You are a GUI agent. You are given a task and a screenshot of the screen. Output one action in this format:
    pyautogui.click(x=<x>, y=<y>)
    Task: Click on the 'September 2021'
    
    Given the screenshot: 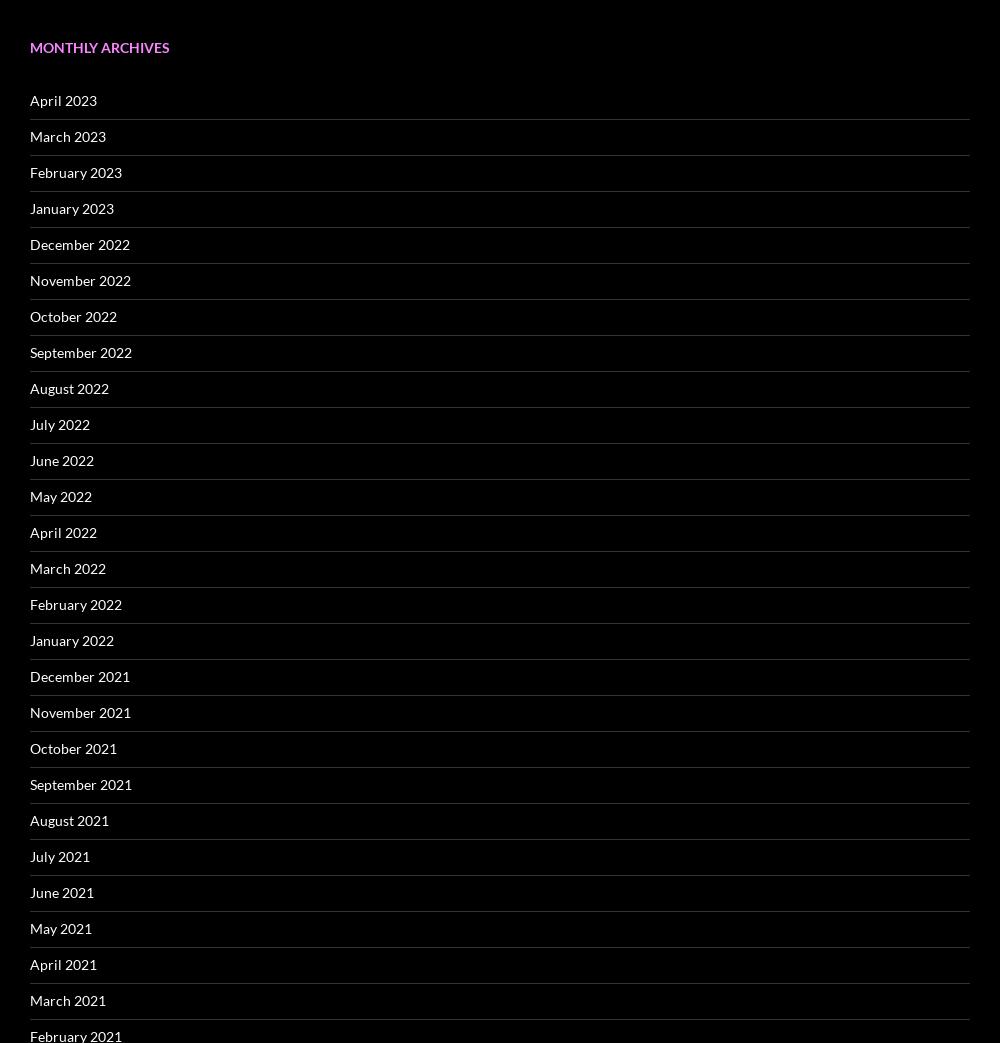 What is the action you would take?
    pyautogui.click(x=80, y=783)
    